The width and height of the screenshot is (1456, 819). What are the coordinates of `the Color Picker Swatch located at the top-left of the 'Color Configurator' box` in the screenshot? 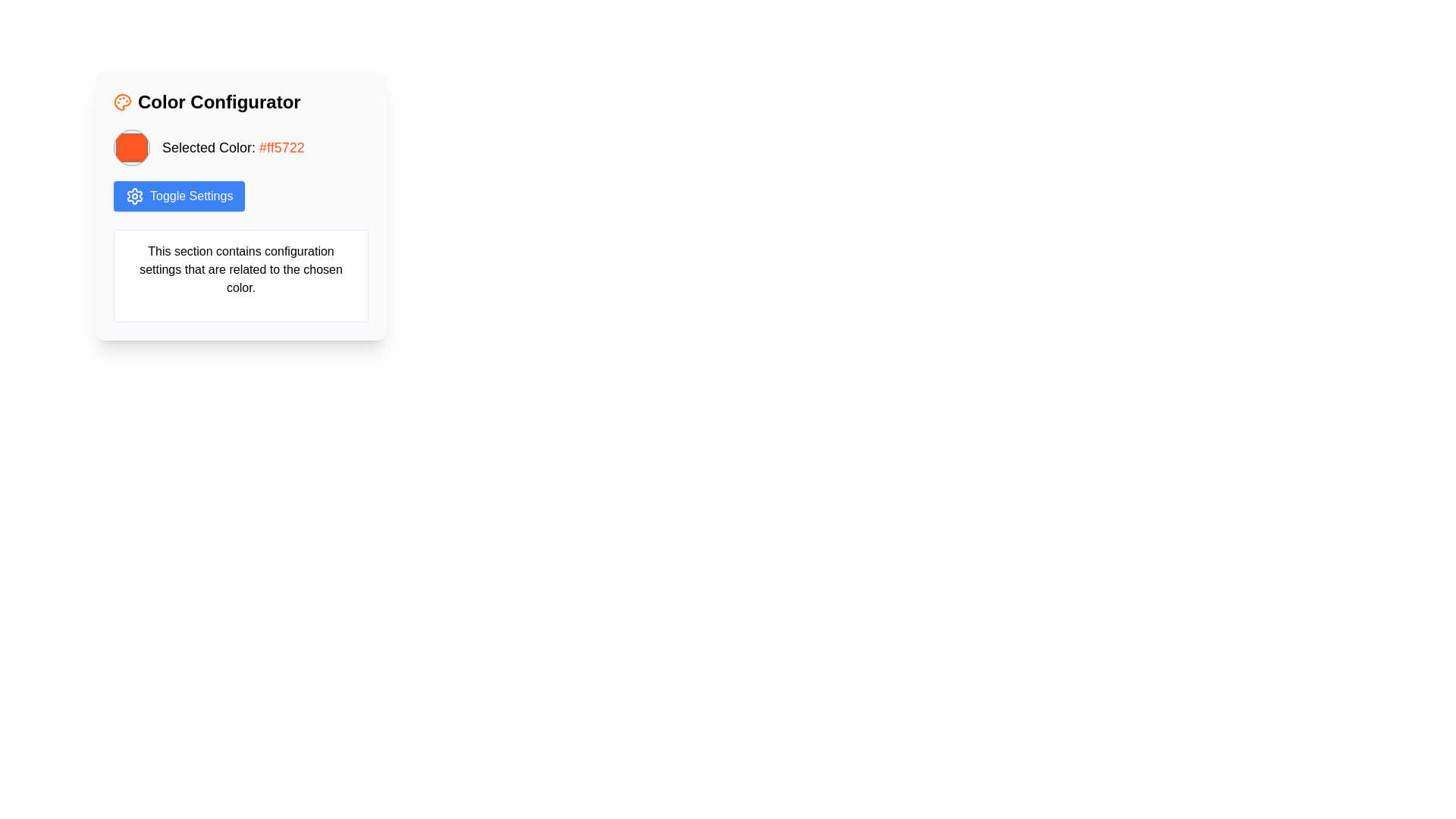 It's located at (131, 148).